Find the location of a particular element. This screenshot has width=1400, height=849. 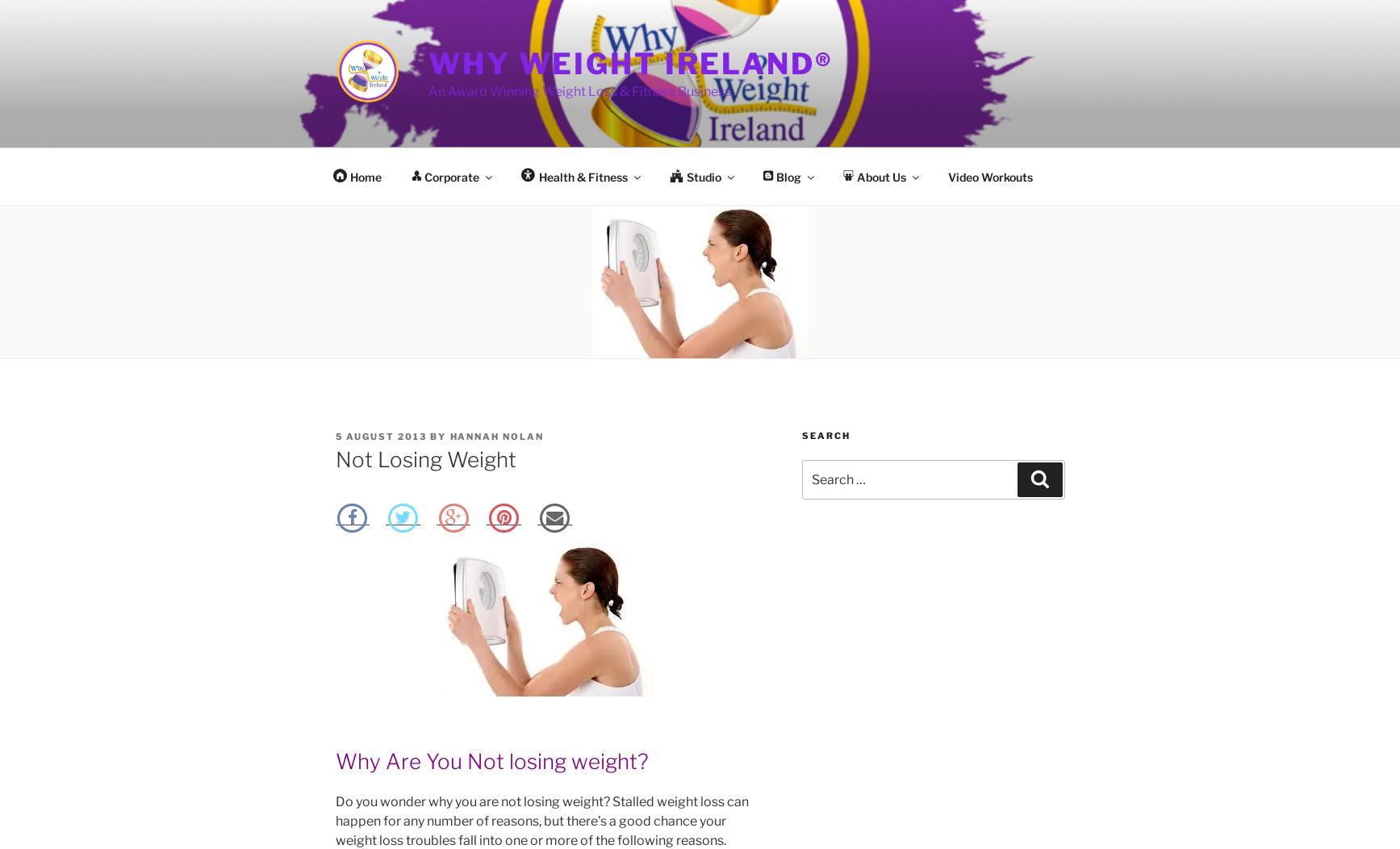

'Not Losing Weight' is located at coordinates (424, 459).